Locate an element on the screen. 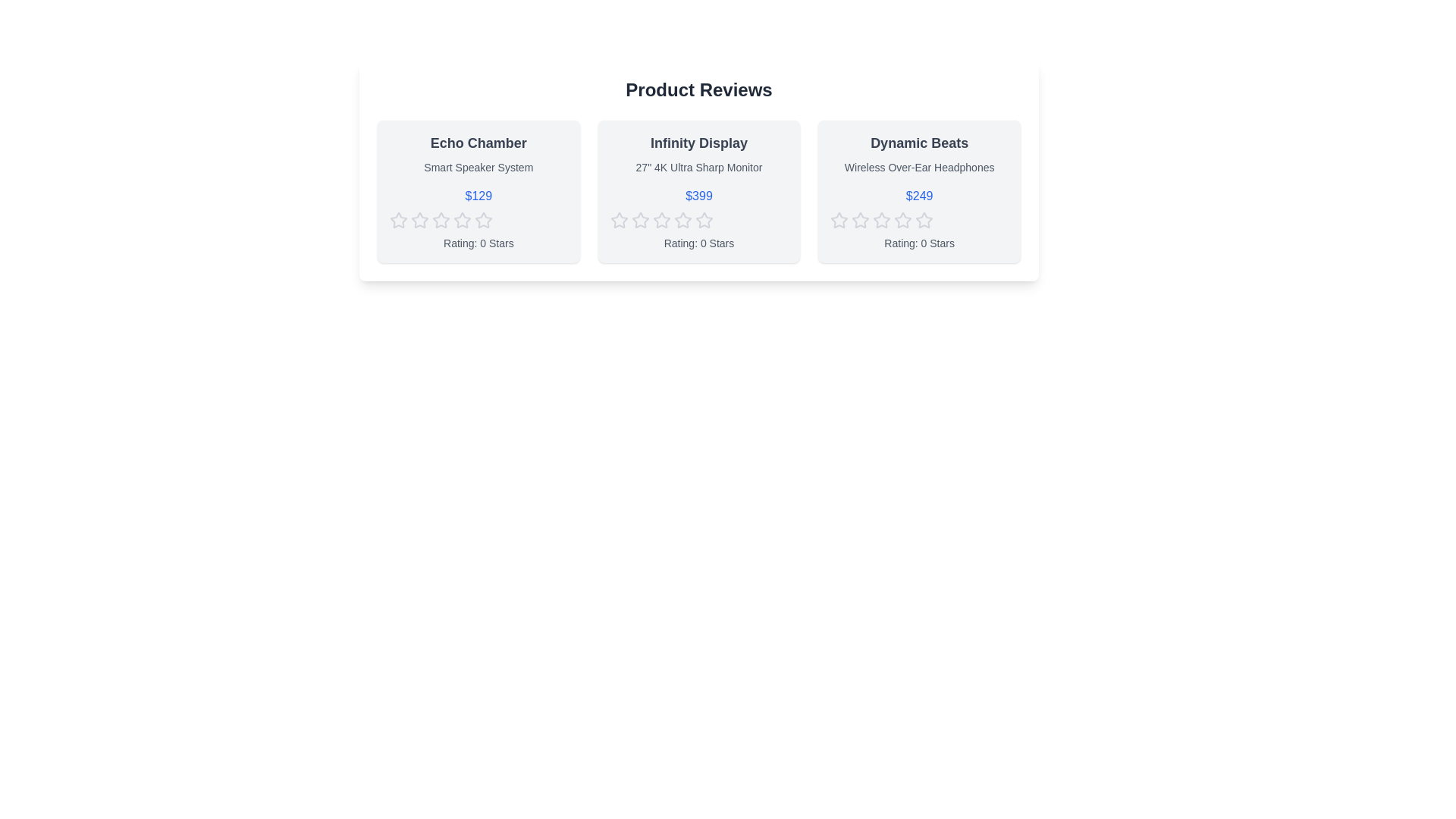 The image size is (1456, 819). the text label 'Wireless Over-Ear Headphones' which is styled in a small, gray font and positioned below 'Dynamic Beats' and above the price label '$249' is located at coordinates (918, 167).